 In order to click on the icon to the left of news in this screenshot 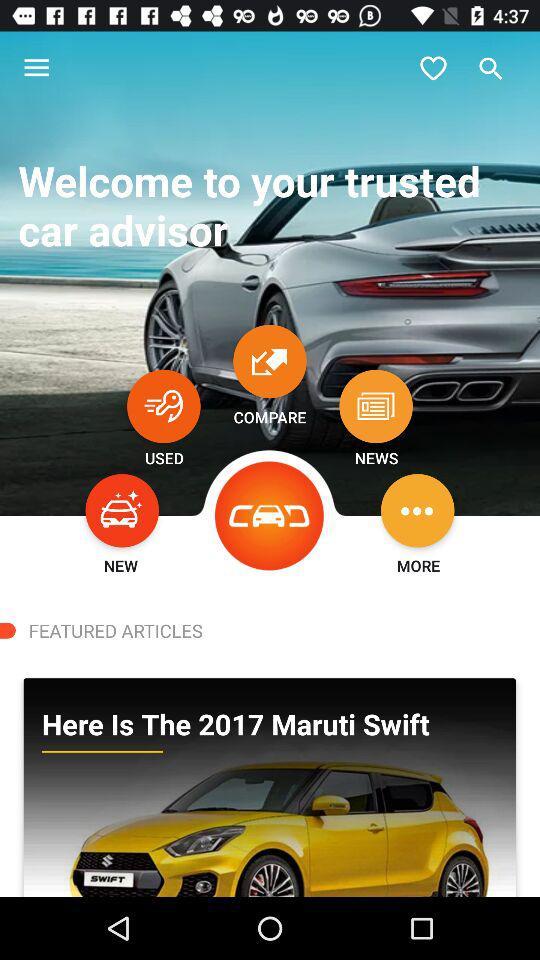, I will do `click(270, 515)`.